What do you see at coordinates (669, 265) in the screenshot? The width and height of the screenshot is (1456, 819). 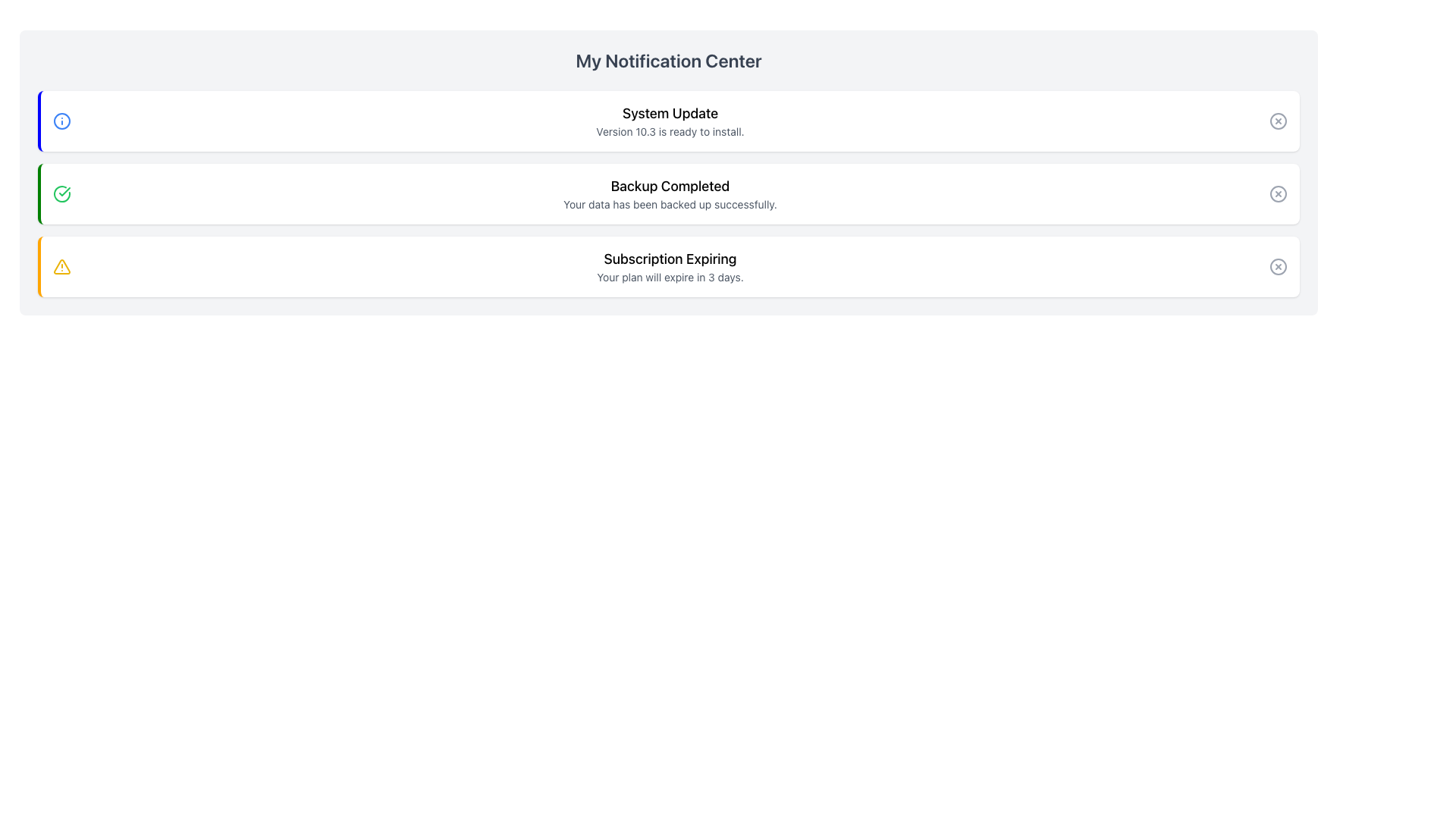 I see `warning notification text block located in the third notification card from the top, just below the 'Backup Completed' card` at bounding box center [669, 265].